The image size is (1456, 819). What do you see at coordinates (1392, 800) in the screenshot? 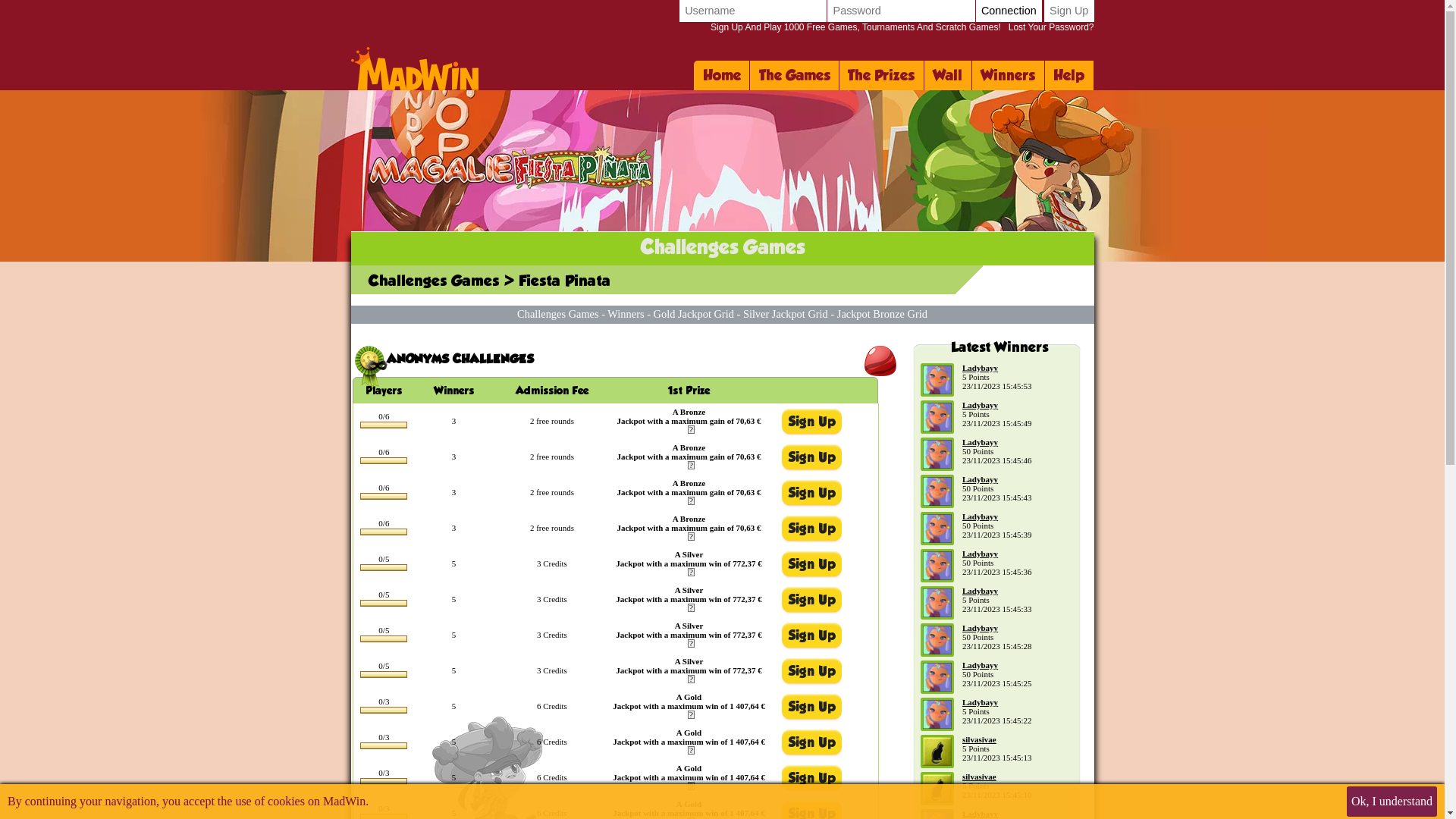
I see `'Ok, I understand'` at bounding box center [1392, 800].